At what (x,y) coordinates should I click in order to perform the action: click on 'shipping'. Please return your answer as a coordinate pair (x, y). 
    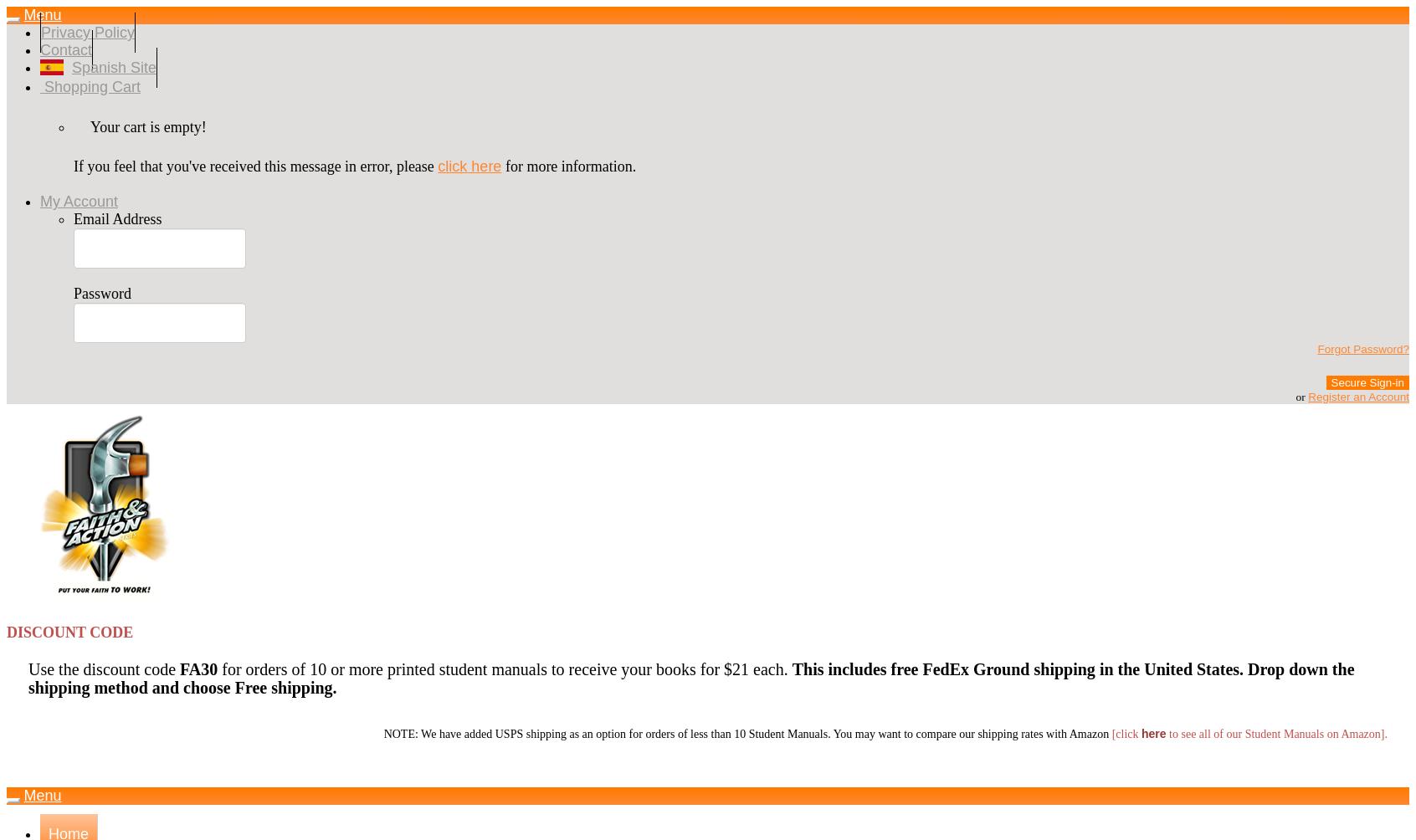
    Looking at the image, I should click on (1033, 668).